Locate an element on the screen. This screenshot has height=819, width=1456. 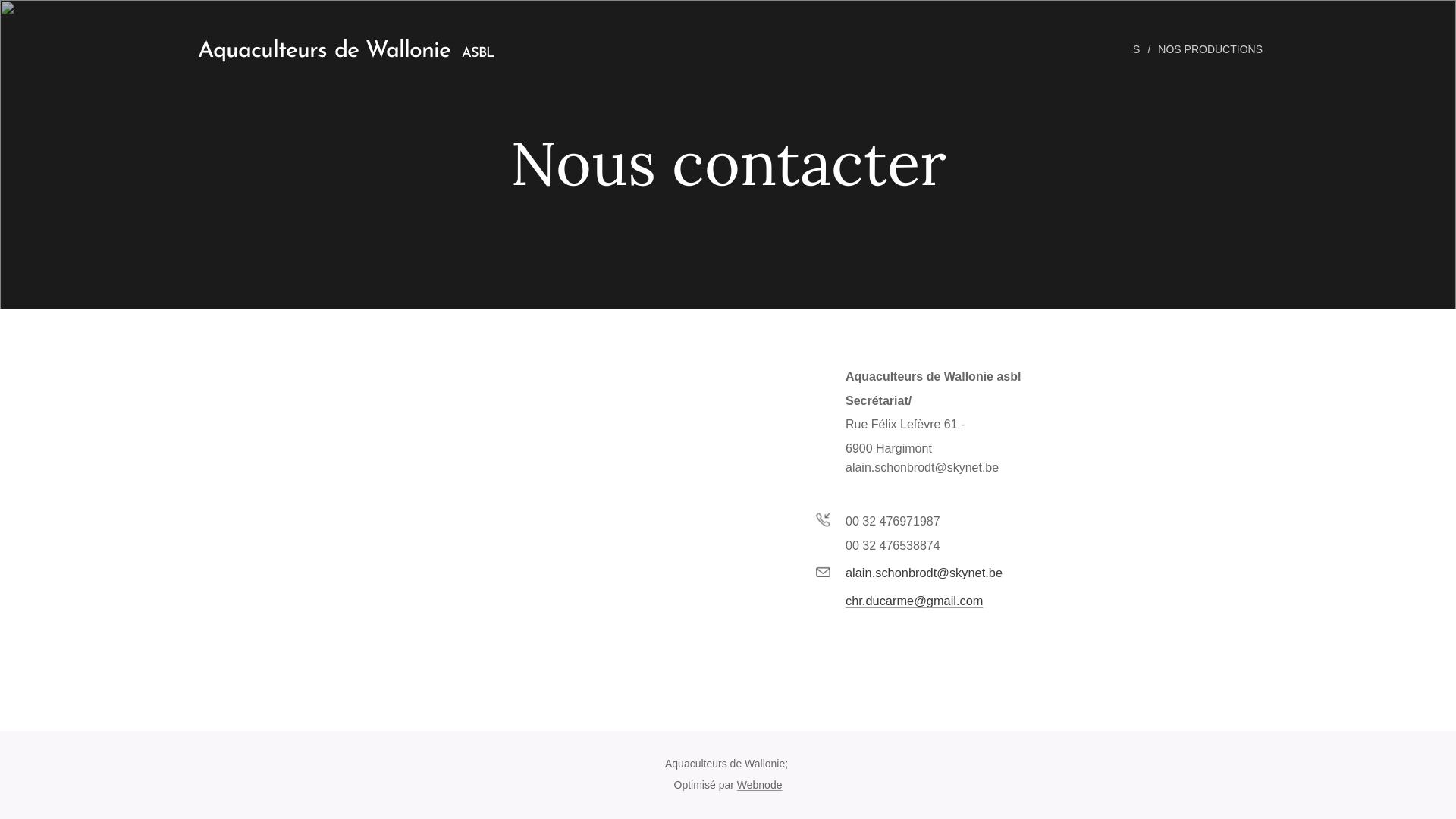
' Aquaculteurs de Wallonie   ASBL' is located at coordinates (340, 49).